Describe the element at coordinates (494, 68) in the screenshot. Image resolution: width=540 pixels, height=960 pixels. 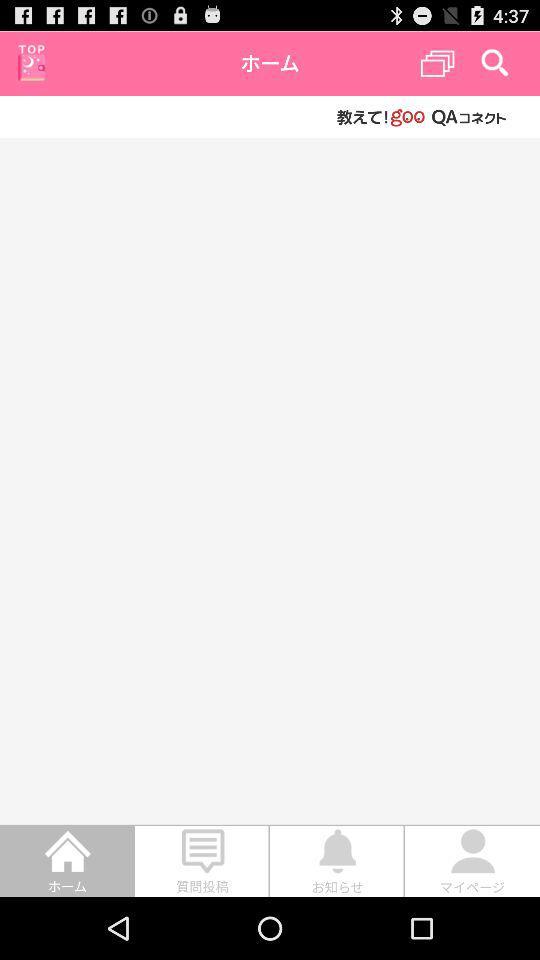
I see `the search icon` at that location.